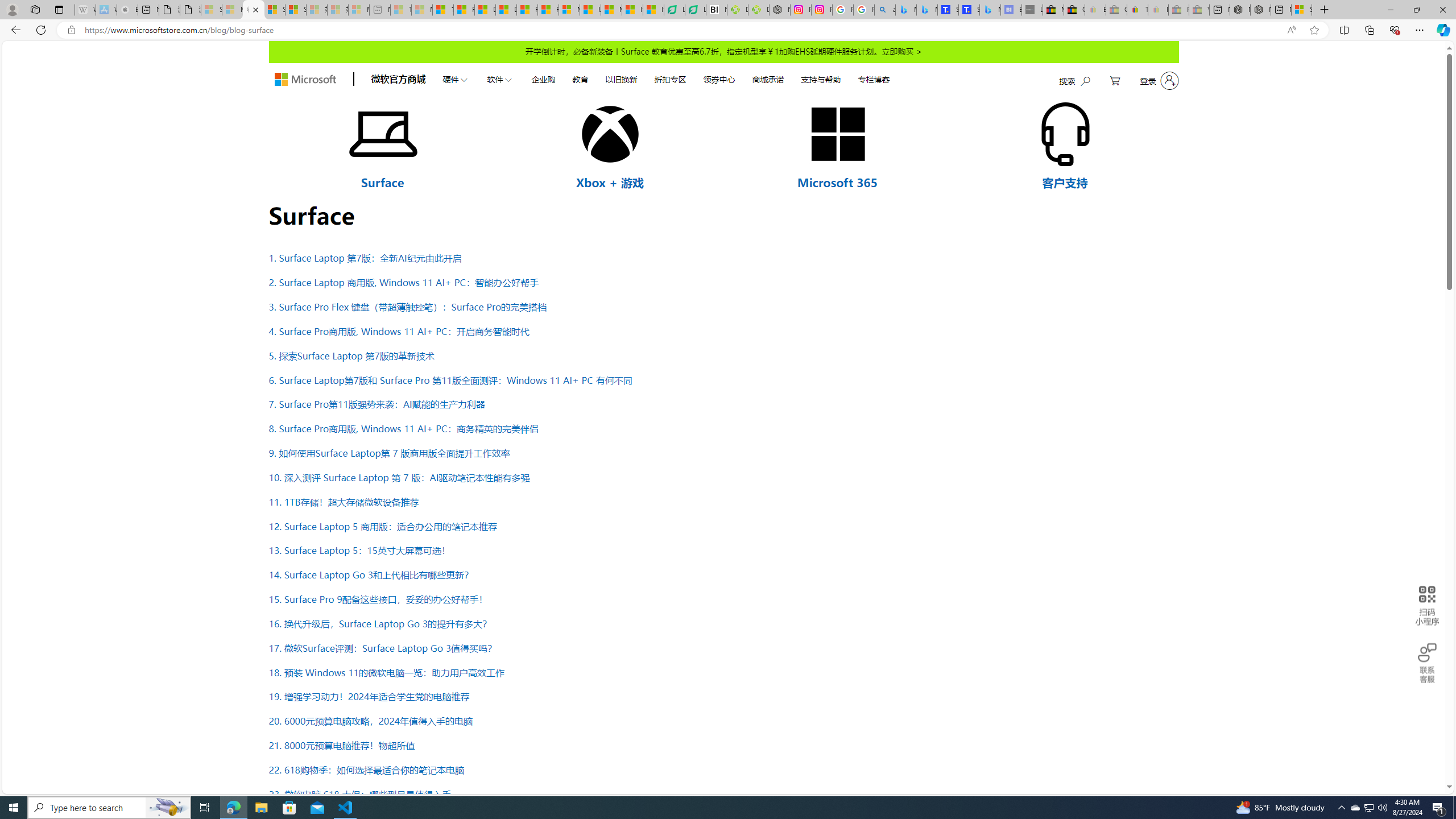 The image size is (1456, 819). What do you see at coordinates (884, 9) in the screenshot?
I see `'alabama high school quarterback dies - Search'` at bounding box center [884, 9].